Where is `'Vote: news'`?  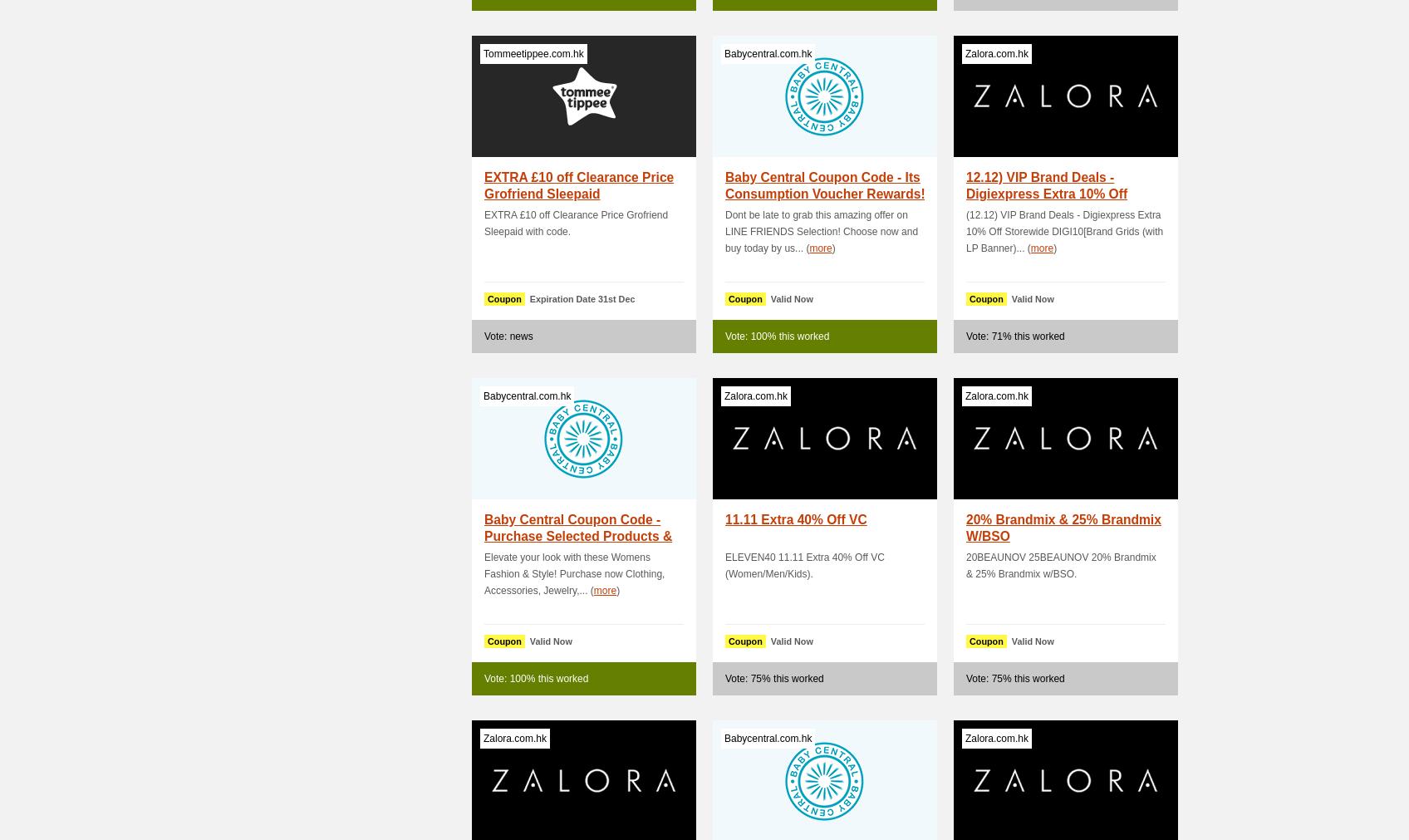 'Vote: news' is located at coordinates (508, 336).